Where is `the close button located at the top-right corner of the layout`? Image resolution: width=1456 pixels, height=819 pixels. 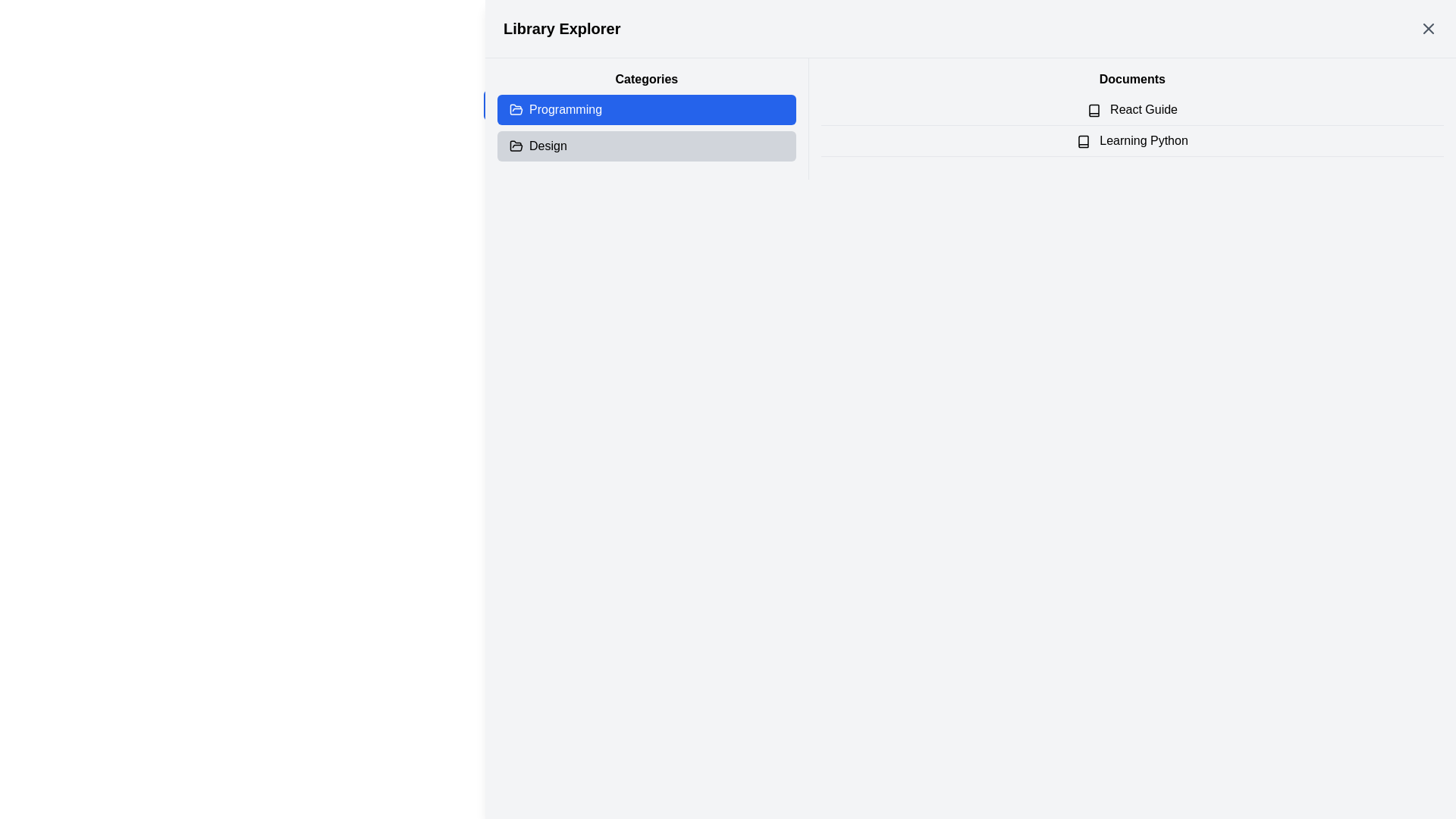 the close button located at the top-right corner of the layout is located at coordinates (1427, 29).